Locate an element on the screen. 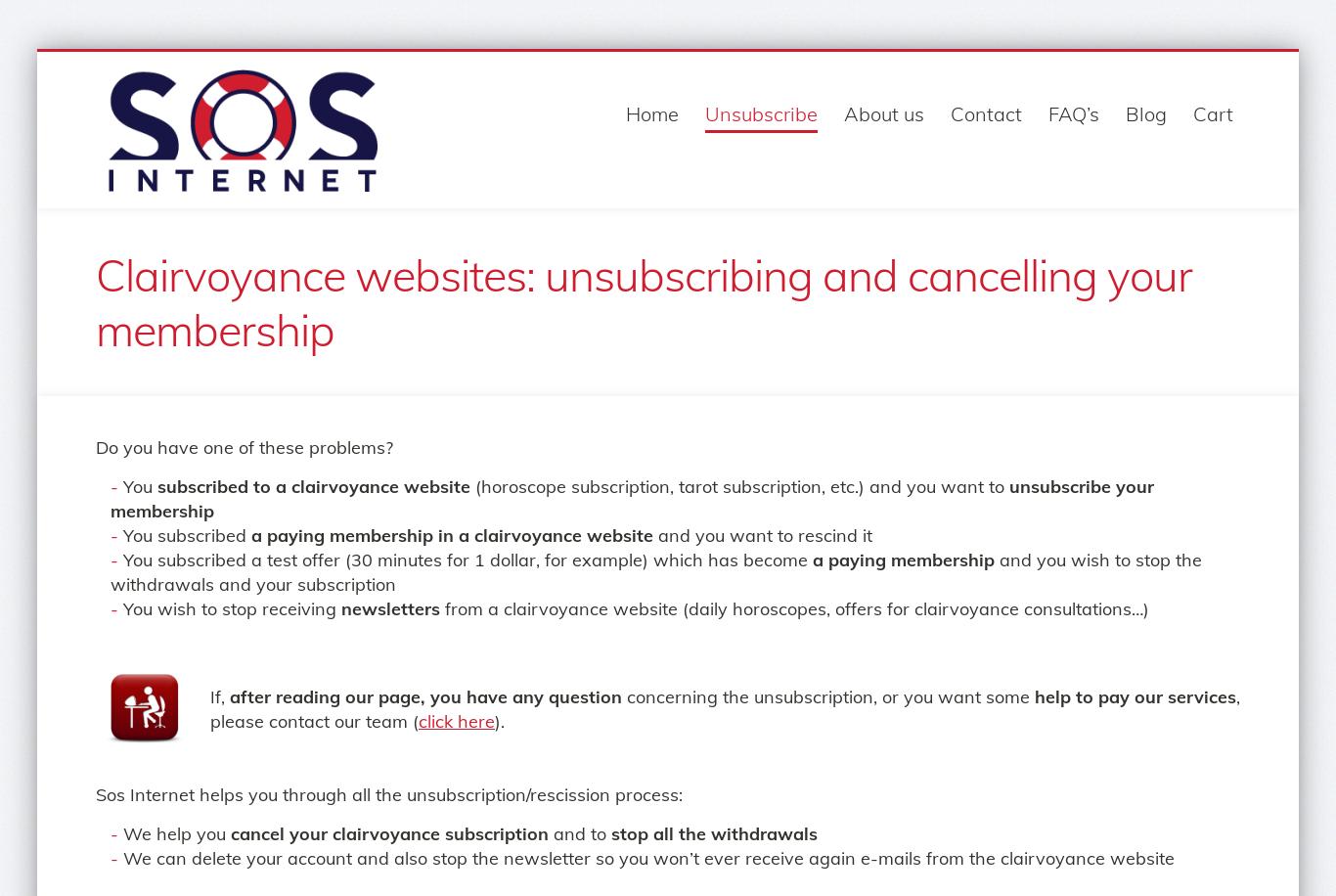 The image size is (1336, 896). '(horoscope subscription, tarot subscription, etc.) and you want to' is located at coordinates (739, 486).